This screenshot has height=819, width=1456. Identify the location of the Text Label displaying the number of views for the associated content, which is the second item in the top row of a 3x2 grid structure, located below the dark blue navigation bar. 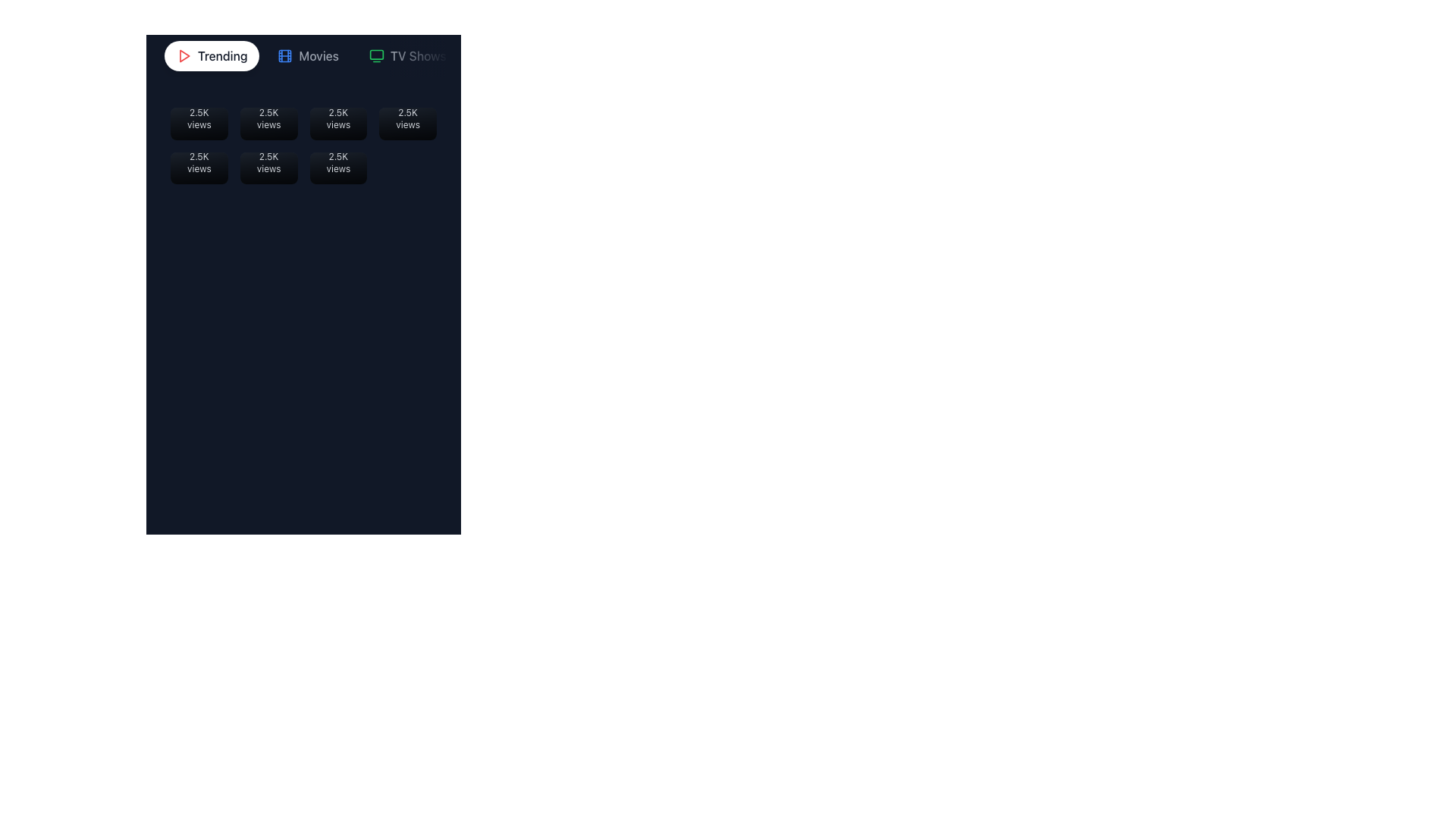
(337, 110).